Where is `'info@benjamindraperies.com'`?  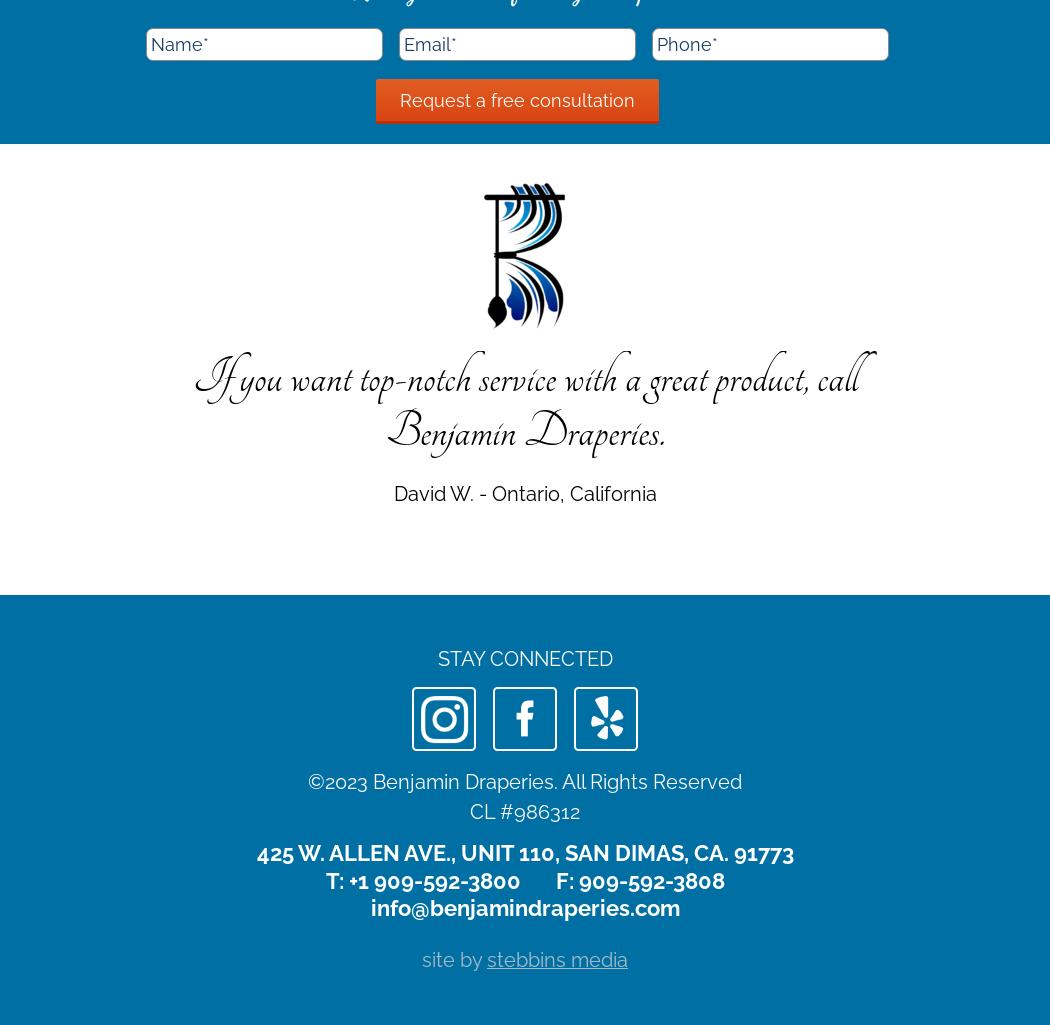 'info@benjamindraperies.com' is located at coordinates (523, 907).